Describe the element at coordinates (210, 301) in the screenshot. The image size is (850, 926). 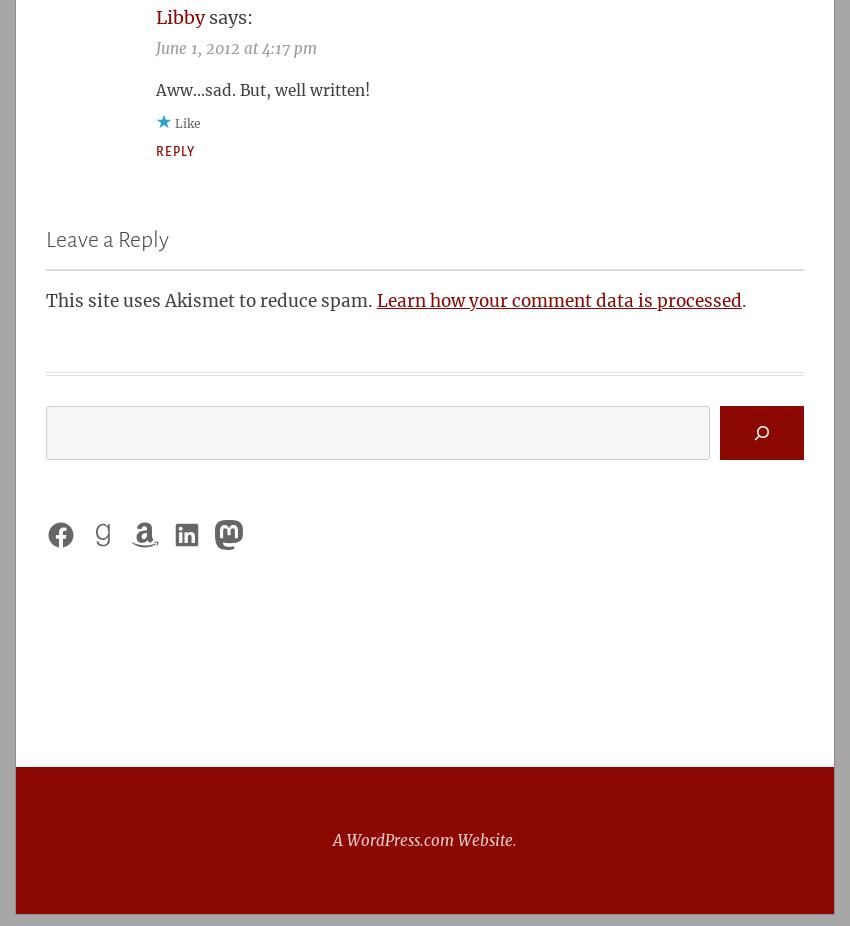
I see `'This site uses Akismet to reduce spam.'` at that location.